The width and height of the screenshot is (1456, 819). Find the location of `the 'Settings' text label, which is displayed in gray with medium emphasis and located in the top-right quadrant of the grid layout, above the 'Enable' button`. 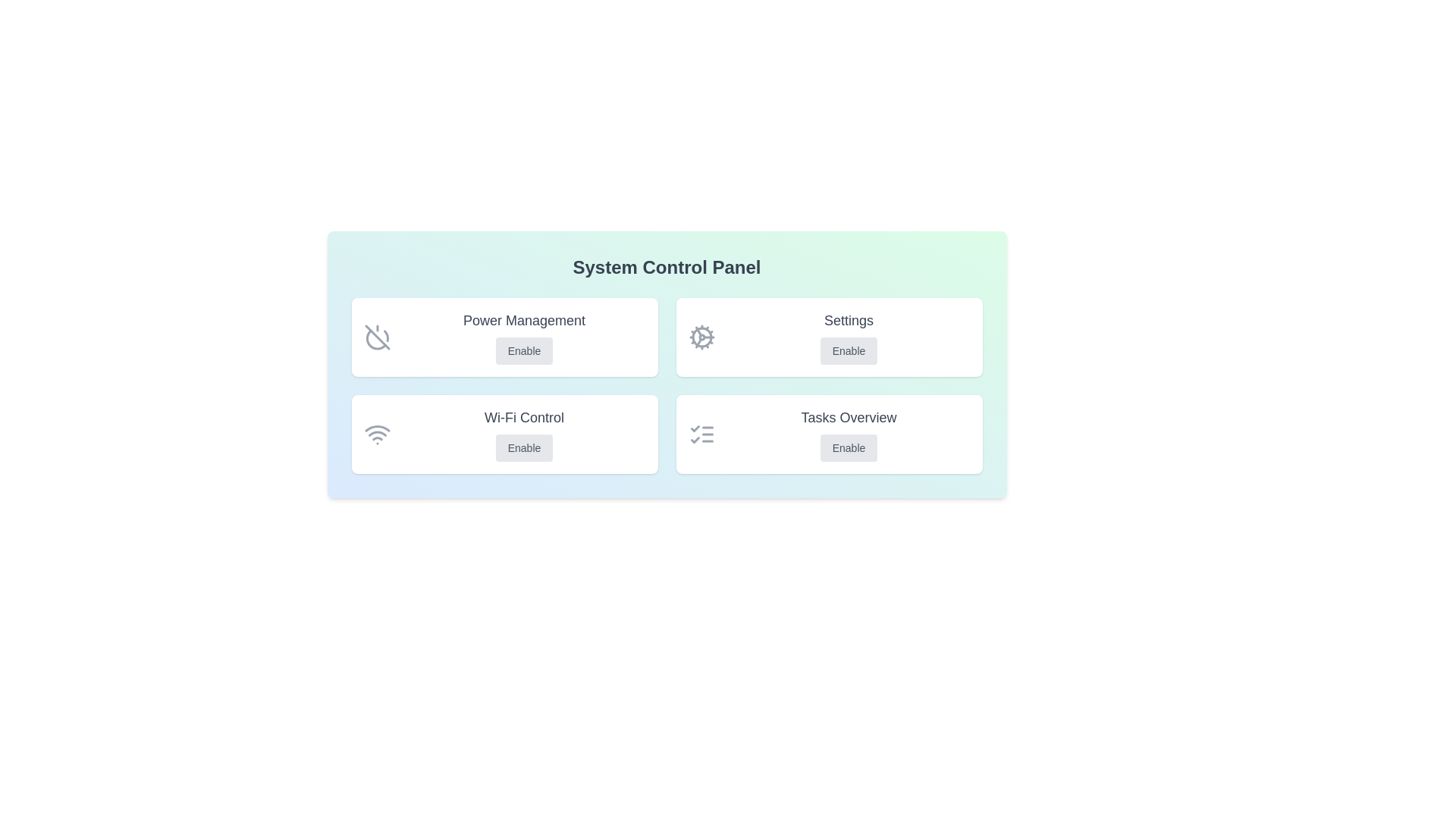

the 'Settings' text label, which is displayed in gray with medium emphasis and located in the top-right quadrant of the grid layout, above the 'Enable' button is located at coordinates (848, 320).